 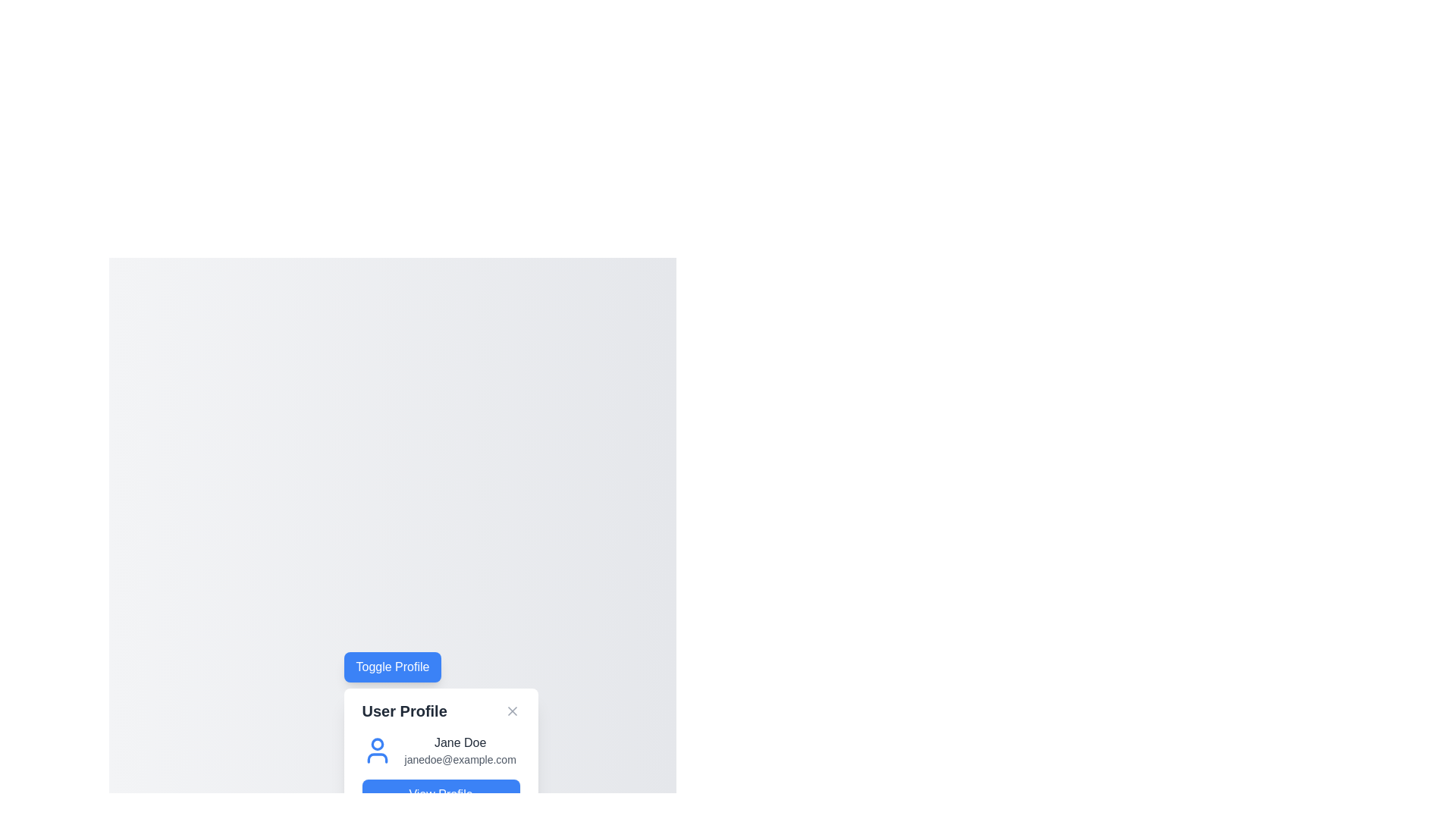 I want to click on the blue 'Toggle Profile' button with white text for visual feedback, so click(x=393, y=666).